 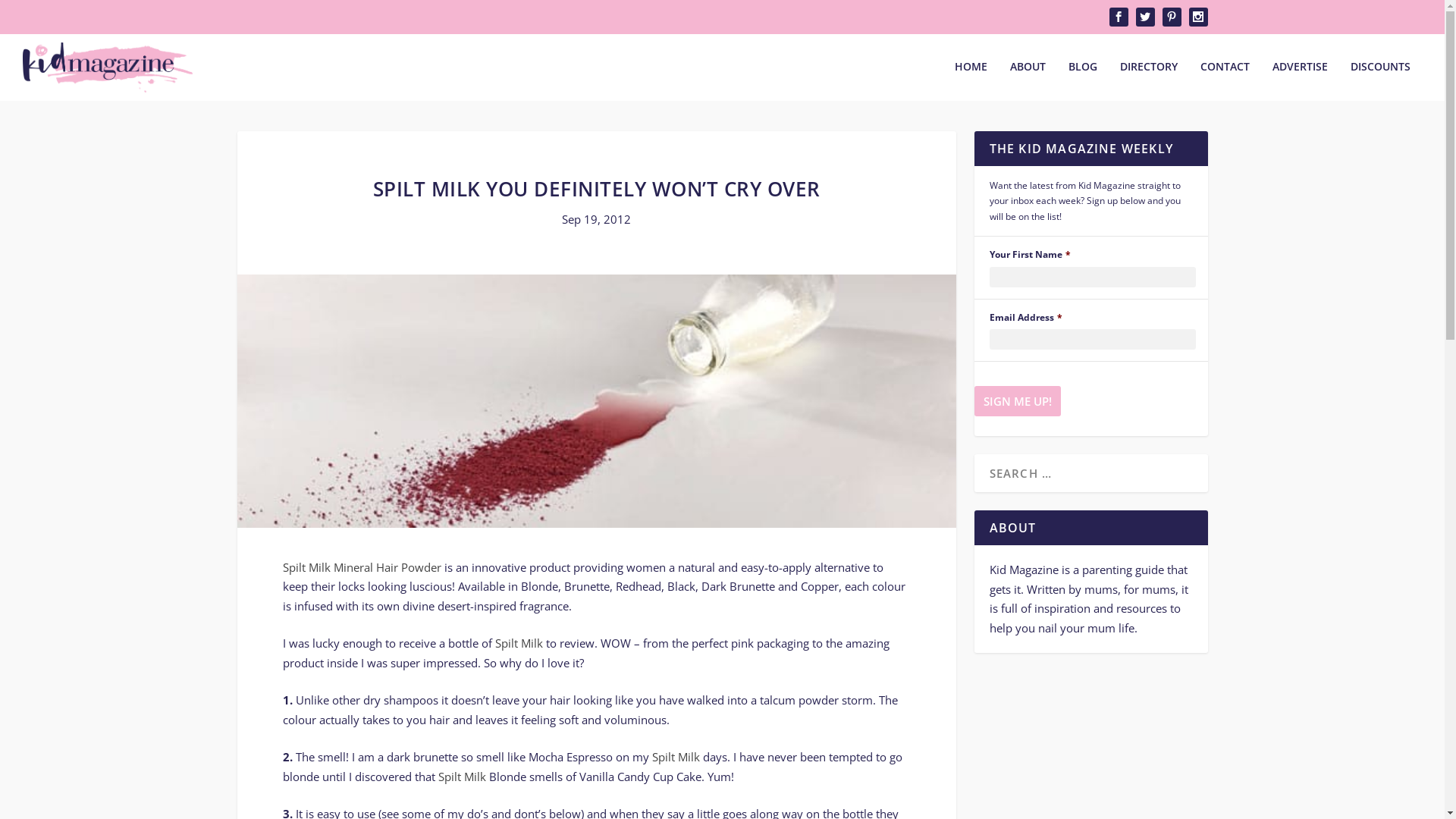 I want to click on 'DIRECTORY', so click(x=1120, y=80).